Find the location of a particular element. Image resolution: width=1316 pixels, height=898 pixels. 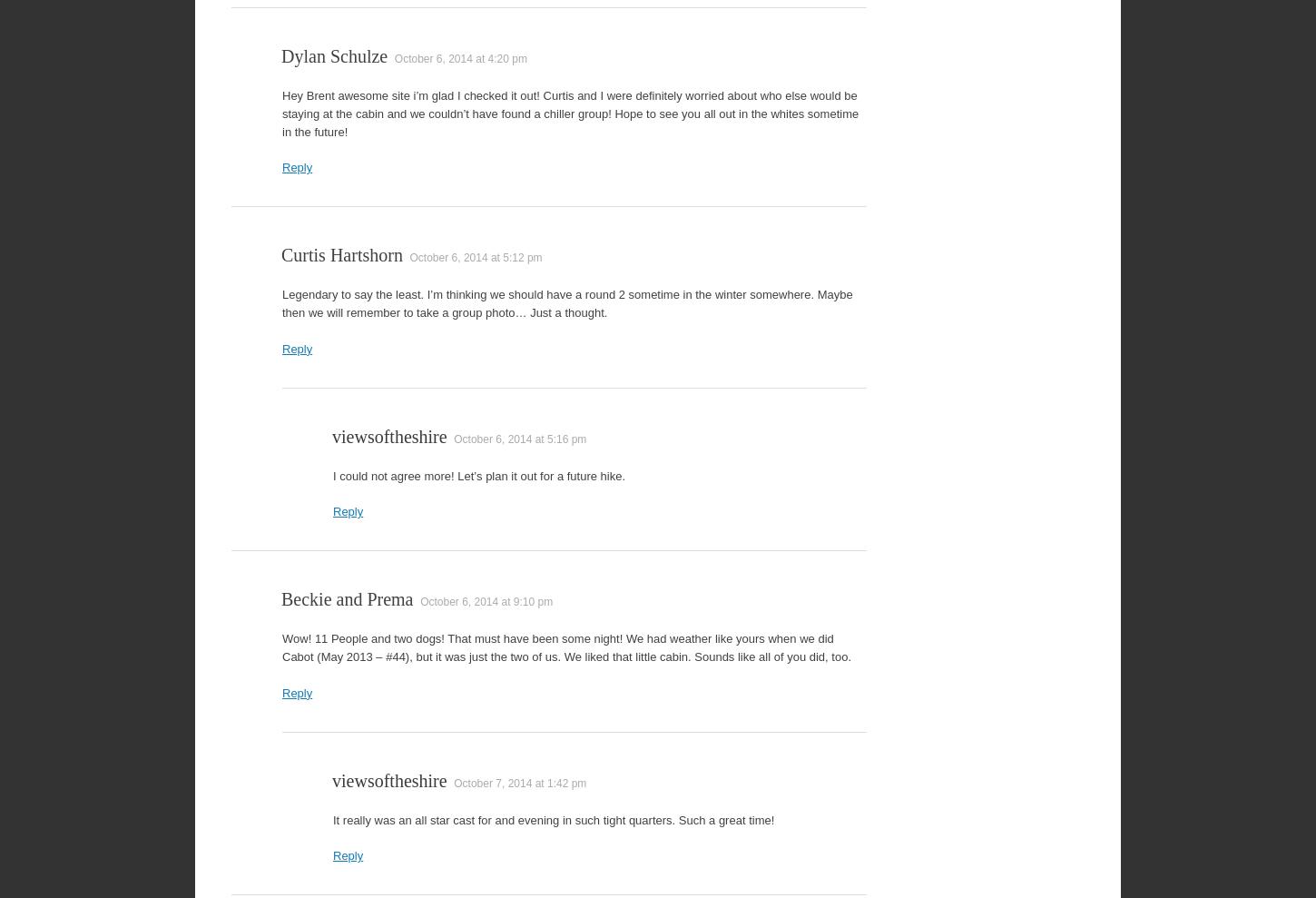

'I could not agree more! Let’s plan it out for a future hike.' is located at coordinates (478, 475).